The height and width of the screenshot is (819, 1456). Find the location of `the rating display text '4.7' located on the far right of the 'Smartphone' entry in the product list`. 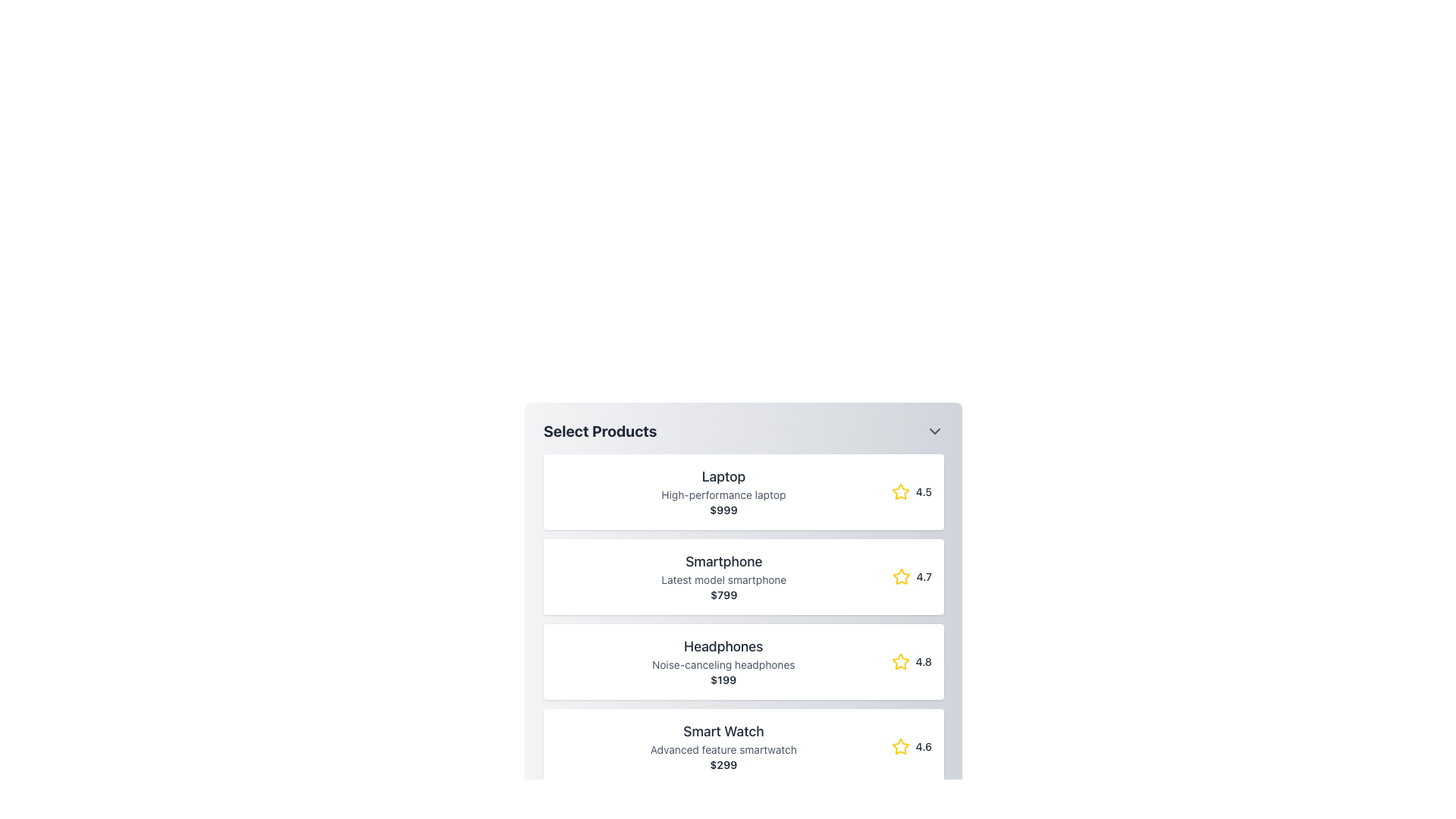

the rating display text '4.7' located on the far right of the 'Smartphone' entry in the product list is located at coordinates (911, 576).